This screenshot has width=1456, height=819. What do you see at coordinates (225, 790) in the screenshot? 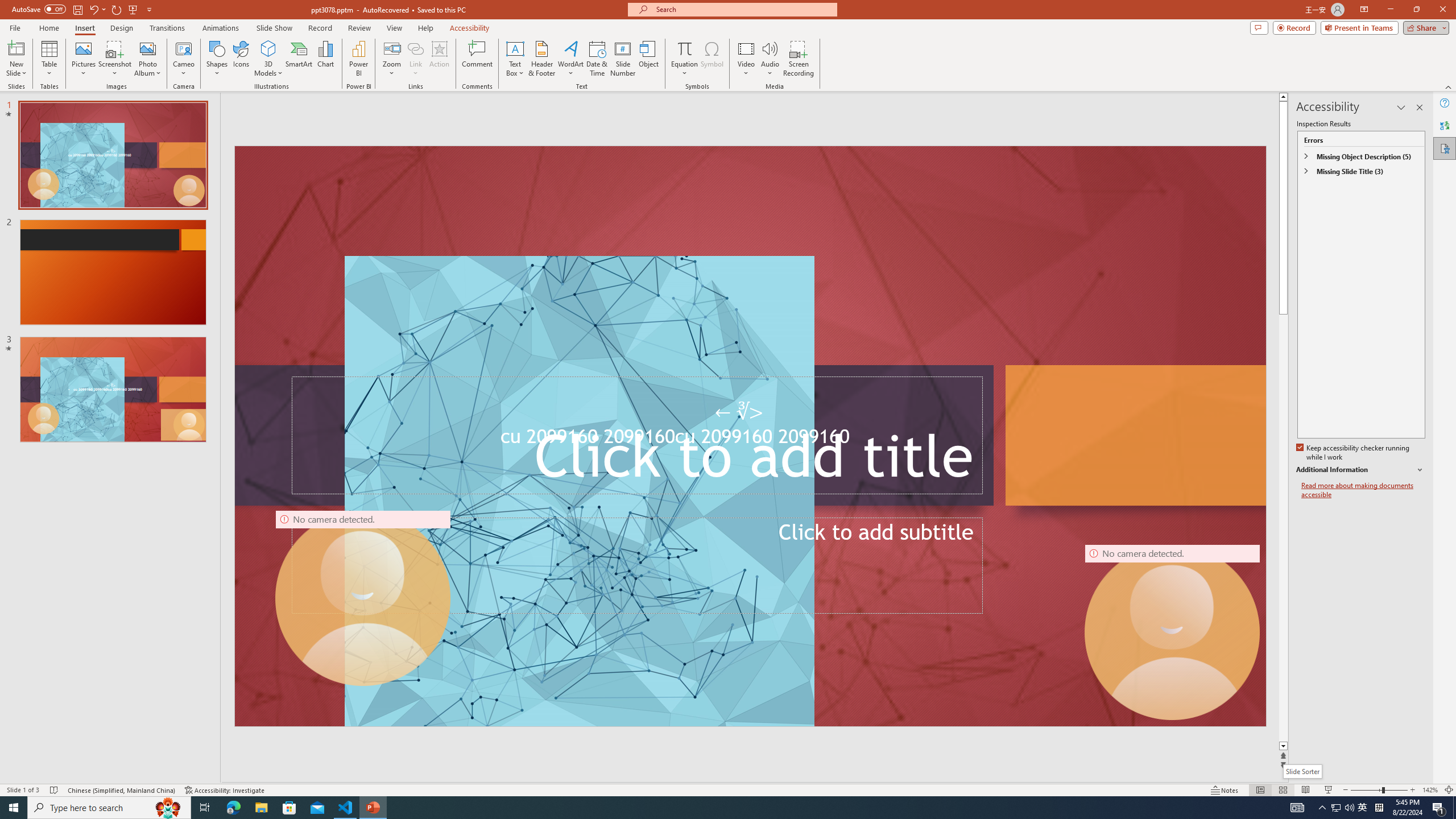
I see `'Accessibility Checker Accessibility: Investigate'` at bounding box center [225, 790].